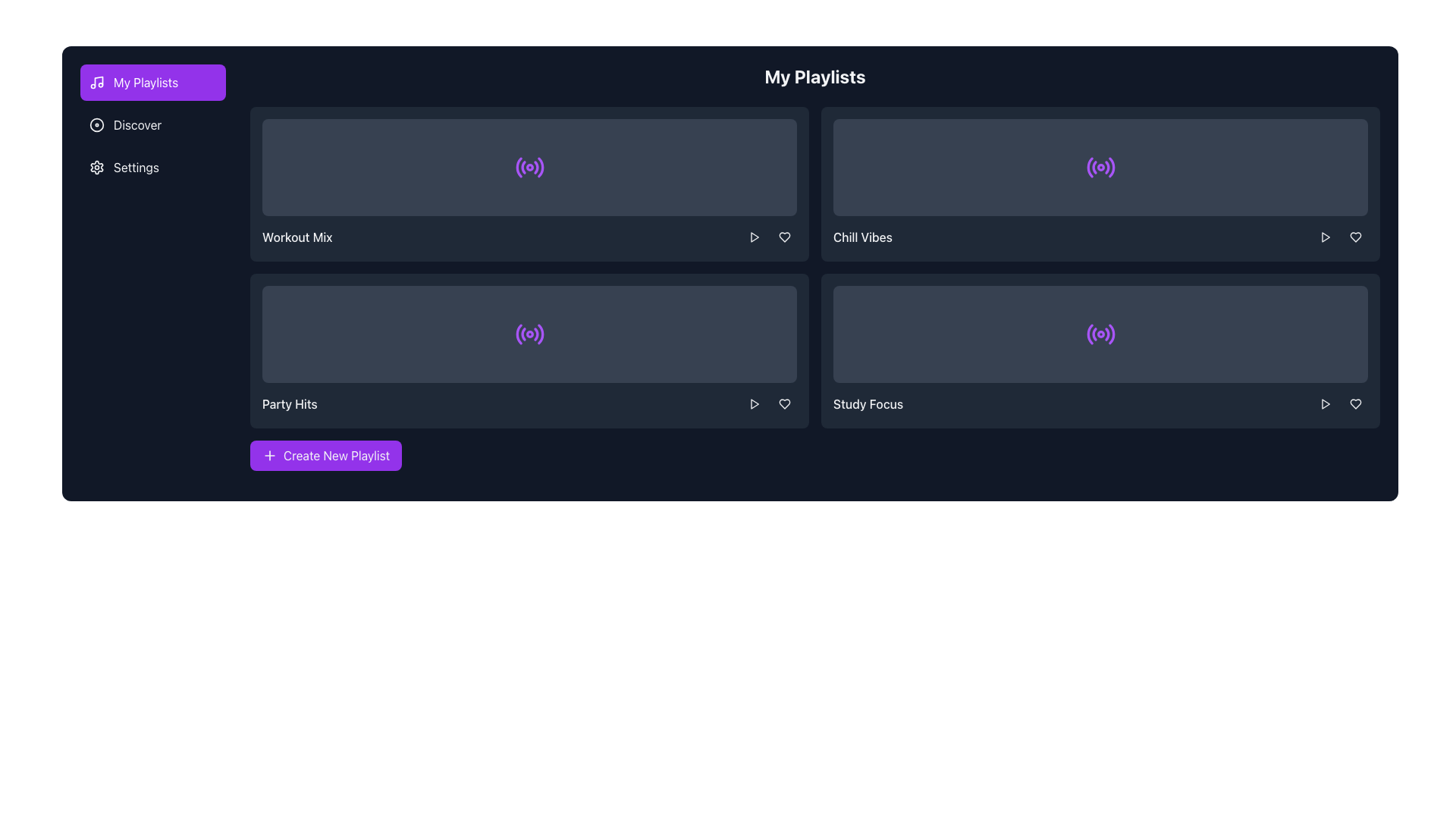 This screenshot has width=1456, height=819. I want to click on the music icon located to the left of the 'My Playlists' button in the navigation bar, so click(96, 82).